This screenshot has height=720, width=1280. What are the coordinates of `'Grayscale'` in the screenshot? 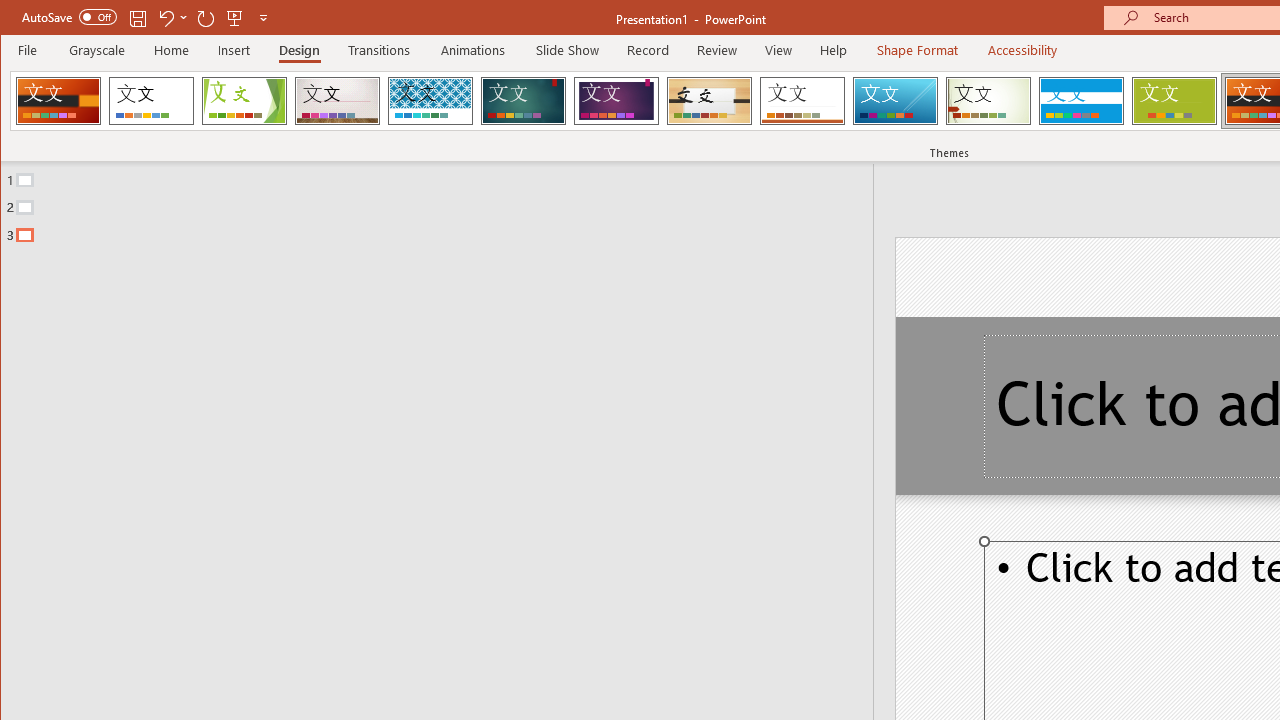 It's located at (96, 49).